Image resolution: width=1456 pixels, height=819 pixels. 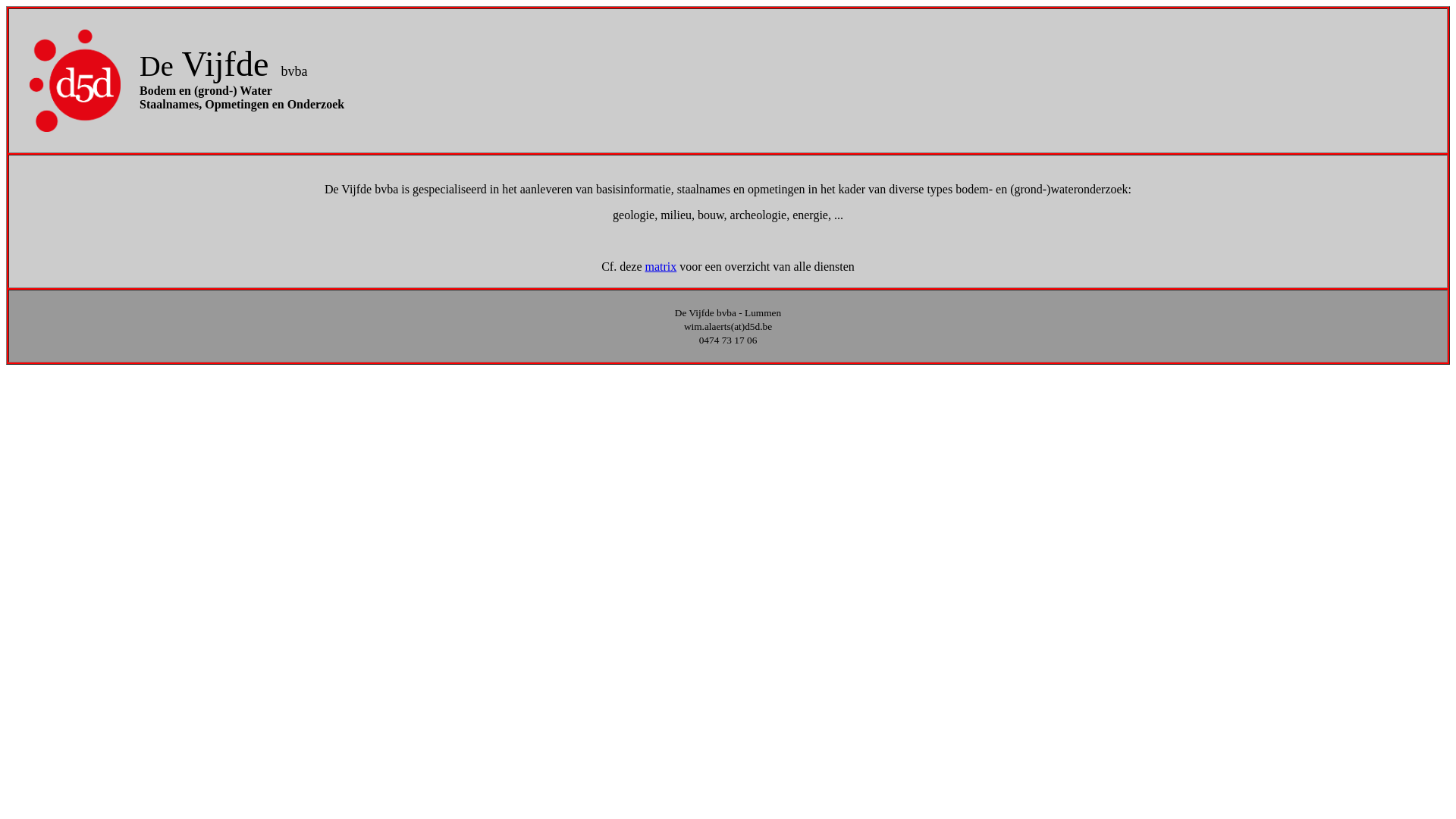 What do you see at coordinates (660, 265) in the screenshot?
I see `'matrix'` at bounding box center [660, 265].